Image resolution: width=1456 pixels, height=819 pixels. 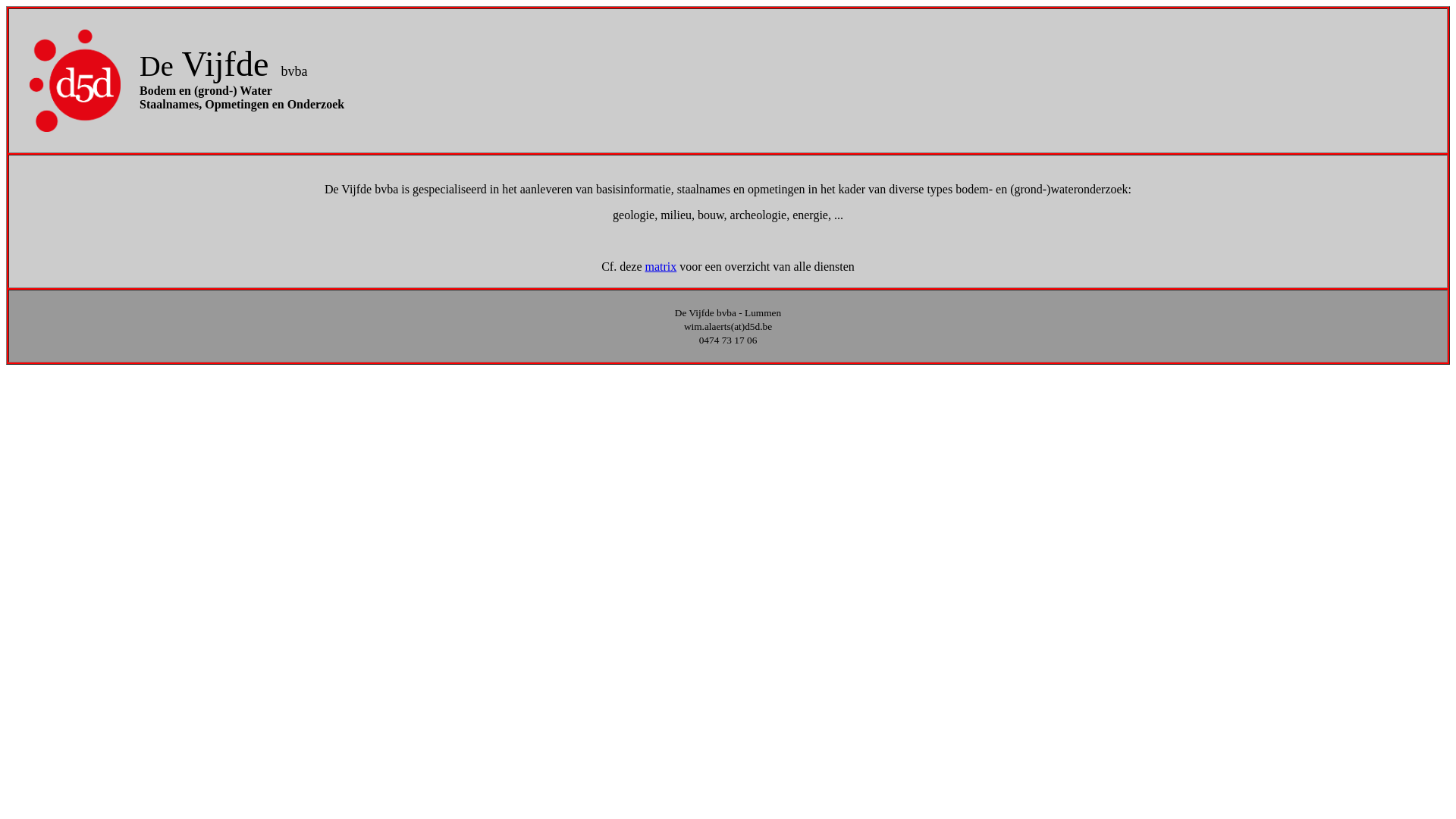 What do you see at coordinates (660, 265) in the screenshot?
I see `'matrix'` at bounding box center [660, 265].